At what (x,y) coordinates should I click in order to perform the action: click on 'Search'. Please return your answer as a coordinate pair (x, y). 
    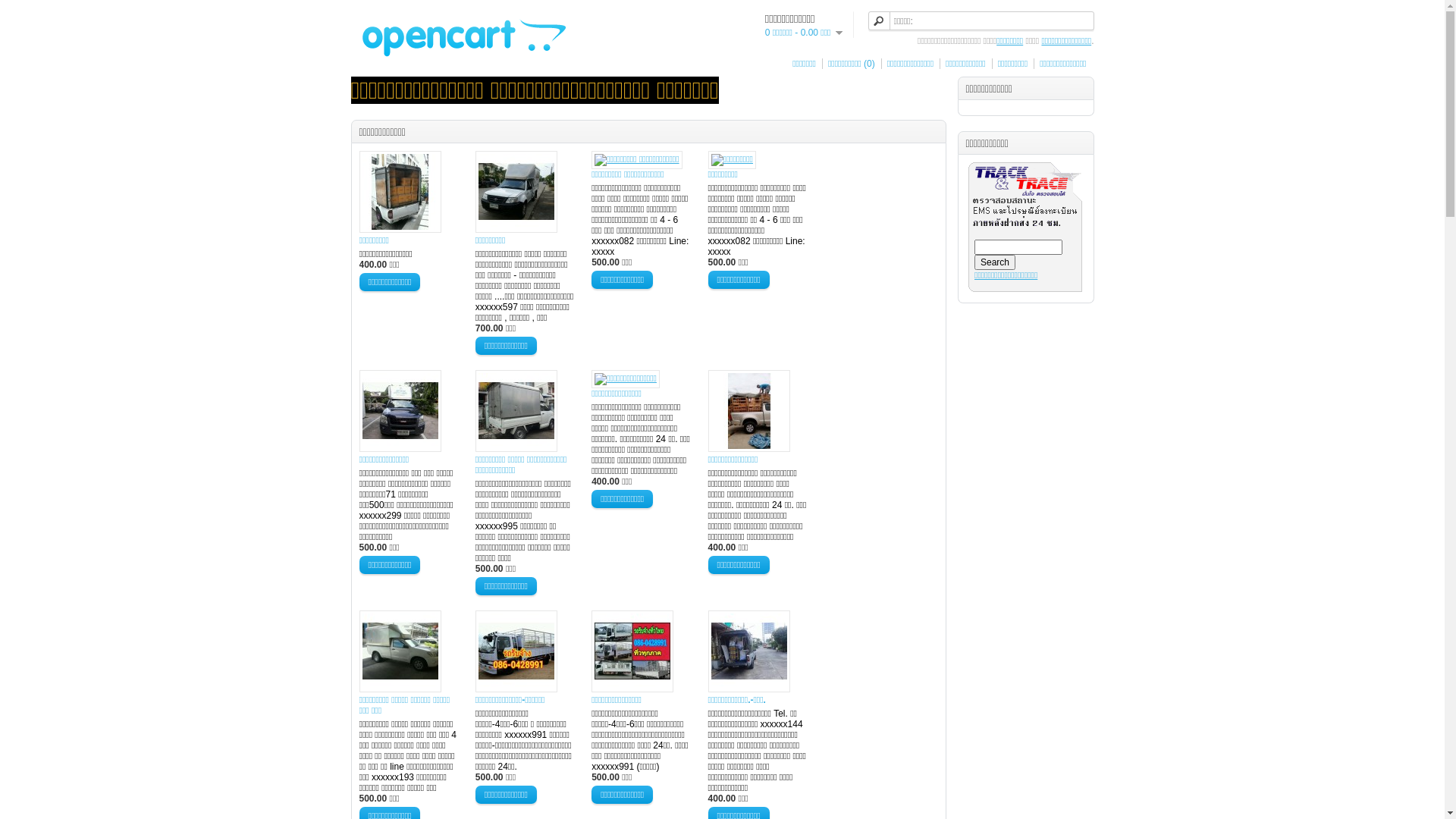
    Looking at the image, I should click on (974, 262).